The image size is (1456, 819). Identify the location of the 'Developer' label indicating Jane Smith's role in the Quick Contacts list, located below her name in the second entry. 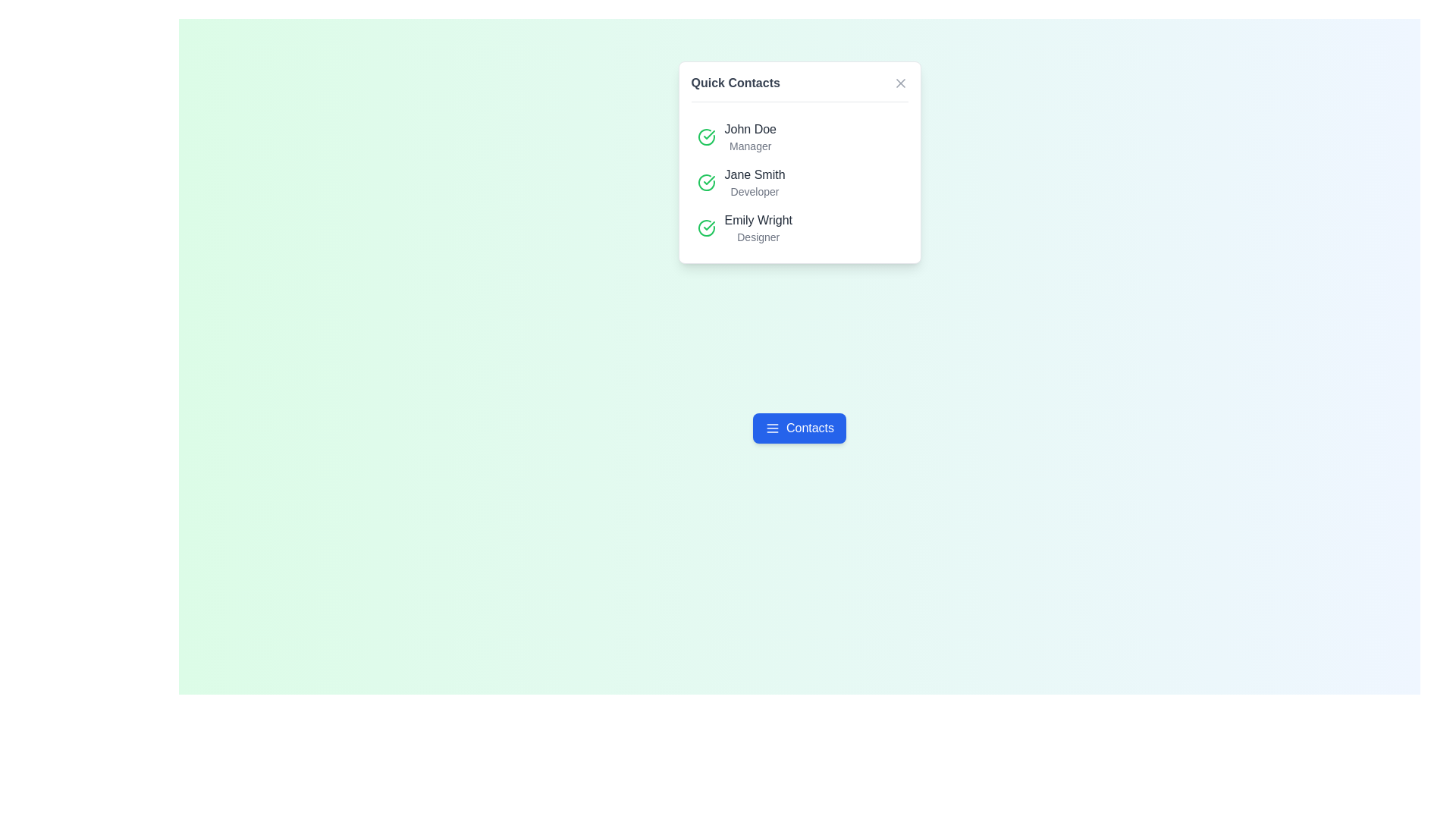
(755, 191).